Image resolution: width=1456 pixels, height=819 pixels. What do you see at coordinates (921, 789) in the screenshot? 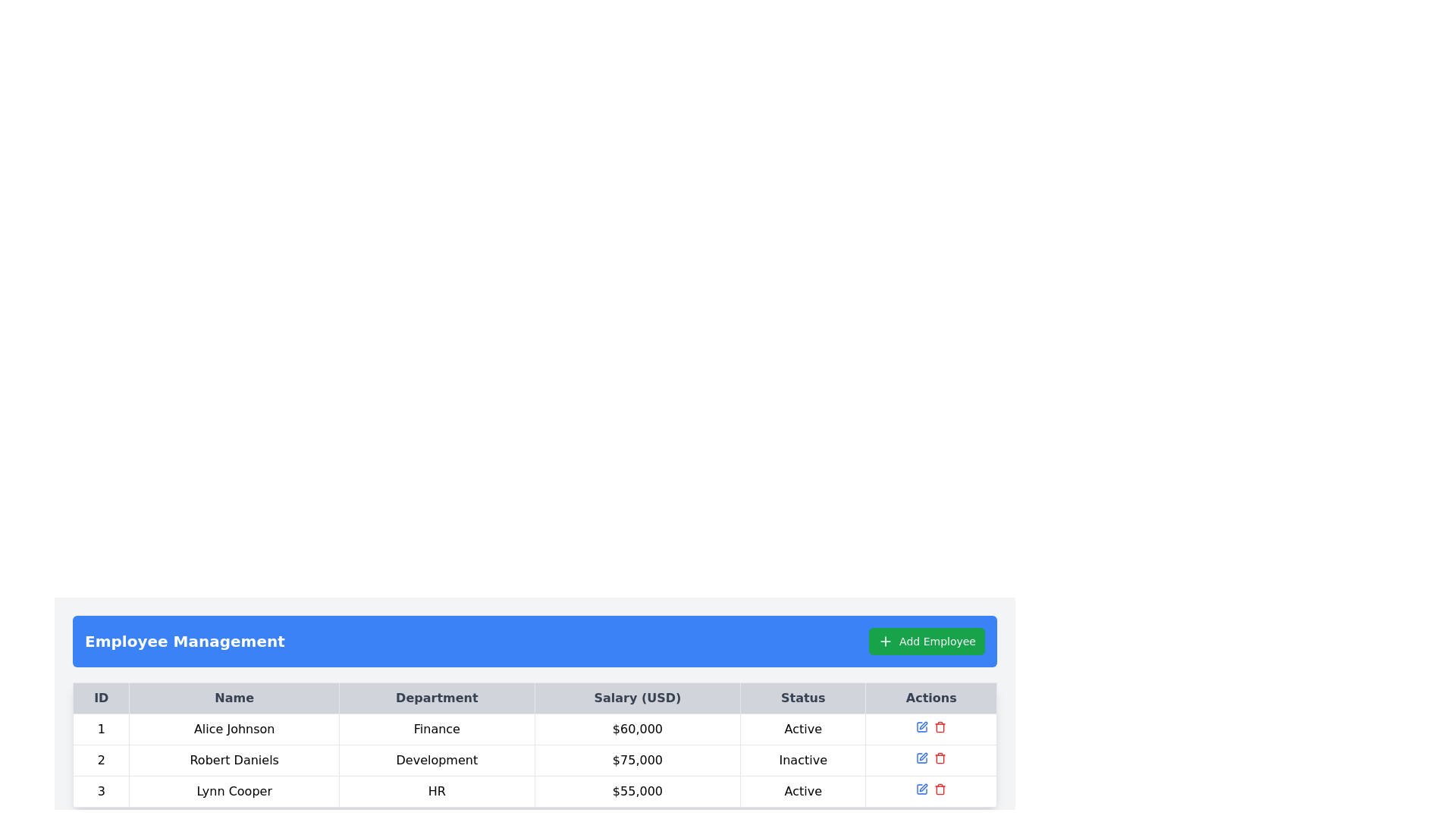
I see `the editing icon, which is a square button with rounded edges and a stylized pen, located in the 'Actions' column of the third row in the 'Employee Management' interface` at bounding box center [921, 789].